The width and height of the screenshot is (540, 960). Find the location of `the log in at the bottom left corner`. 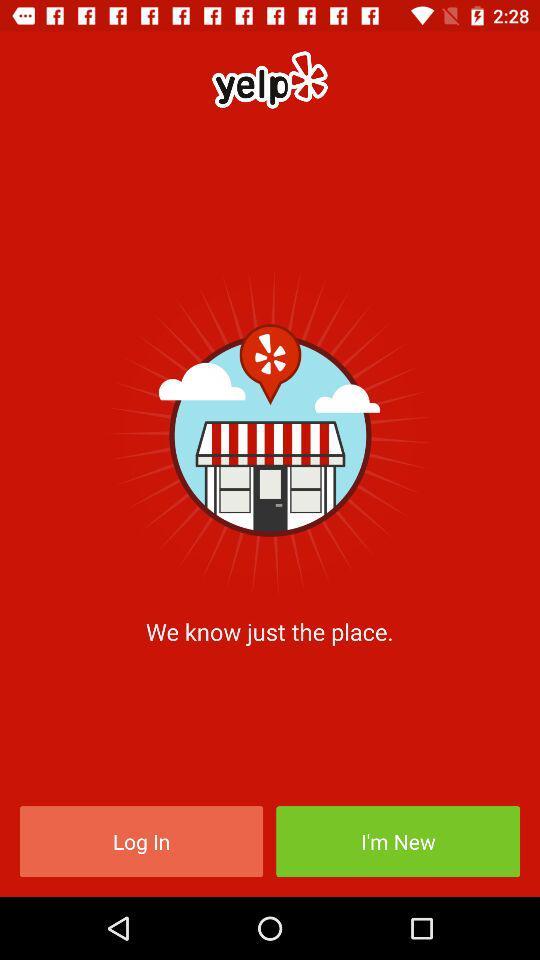

the log in at the bottom left corner is located at coordinates (140, 840).